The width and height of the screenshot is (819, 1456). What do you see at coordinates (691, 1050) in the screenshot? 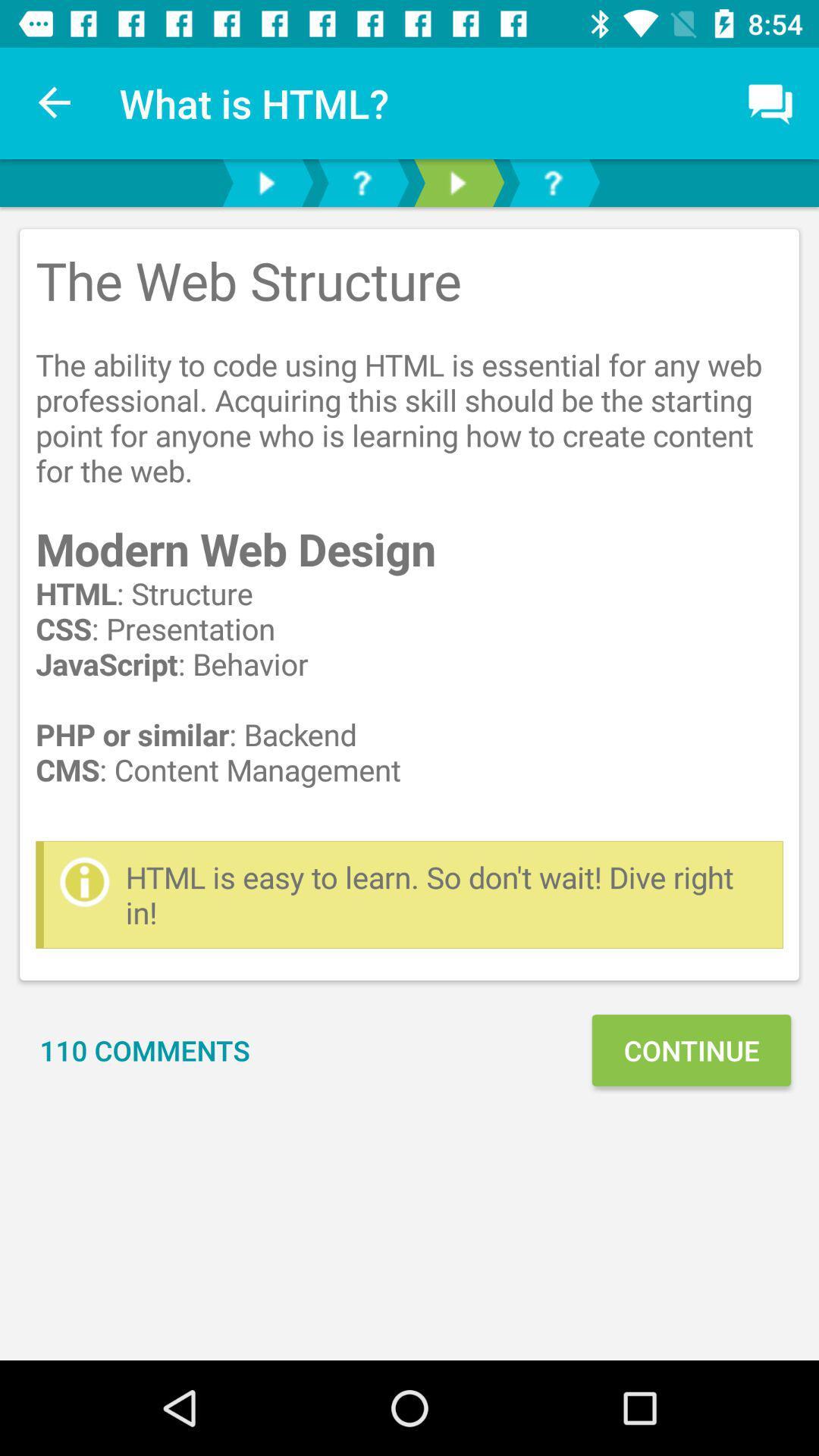
I see `continue` at bounding box center [691, 1050].